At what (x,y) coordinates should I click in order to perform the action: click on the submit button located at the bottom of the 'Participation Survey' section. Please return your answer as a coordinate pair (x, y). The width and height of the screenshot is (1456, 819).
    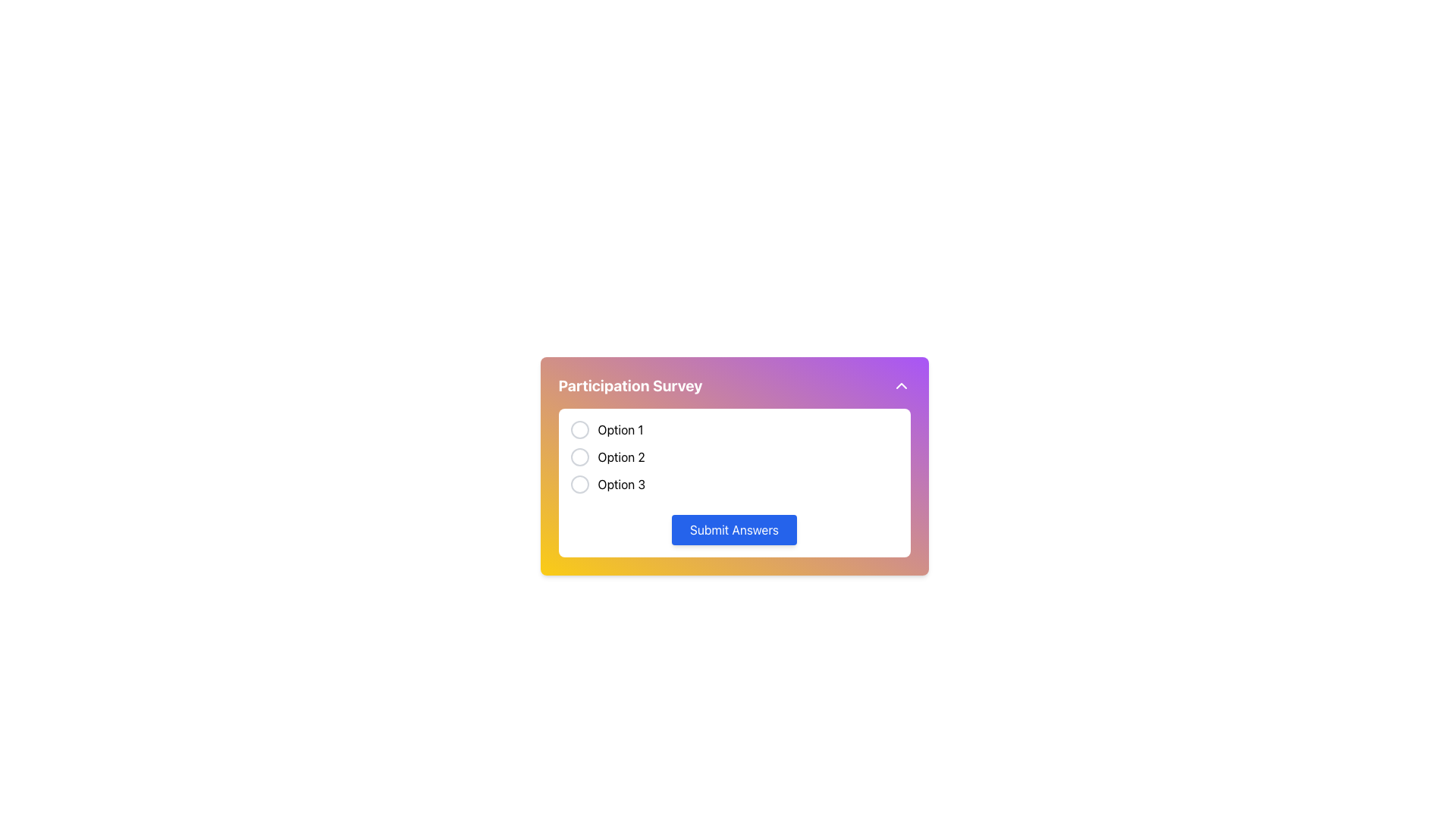
    Looking at the image, I should click on (734, 529).